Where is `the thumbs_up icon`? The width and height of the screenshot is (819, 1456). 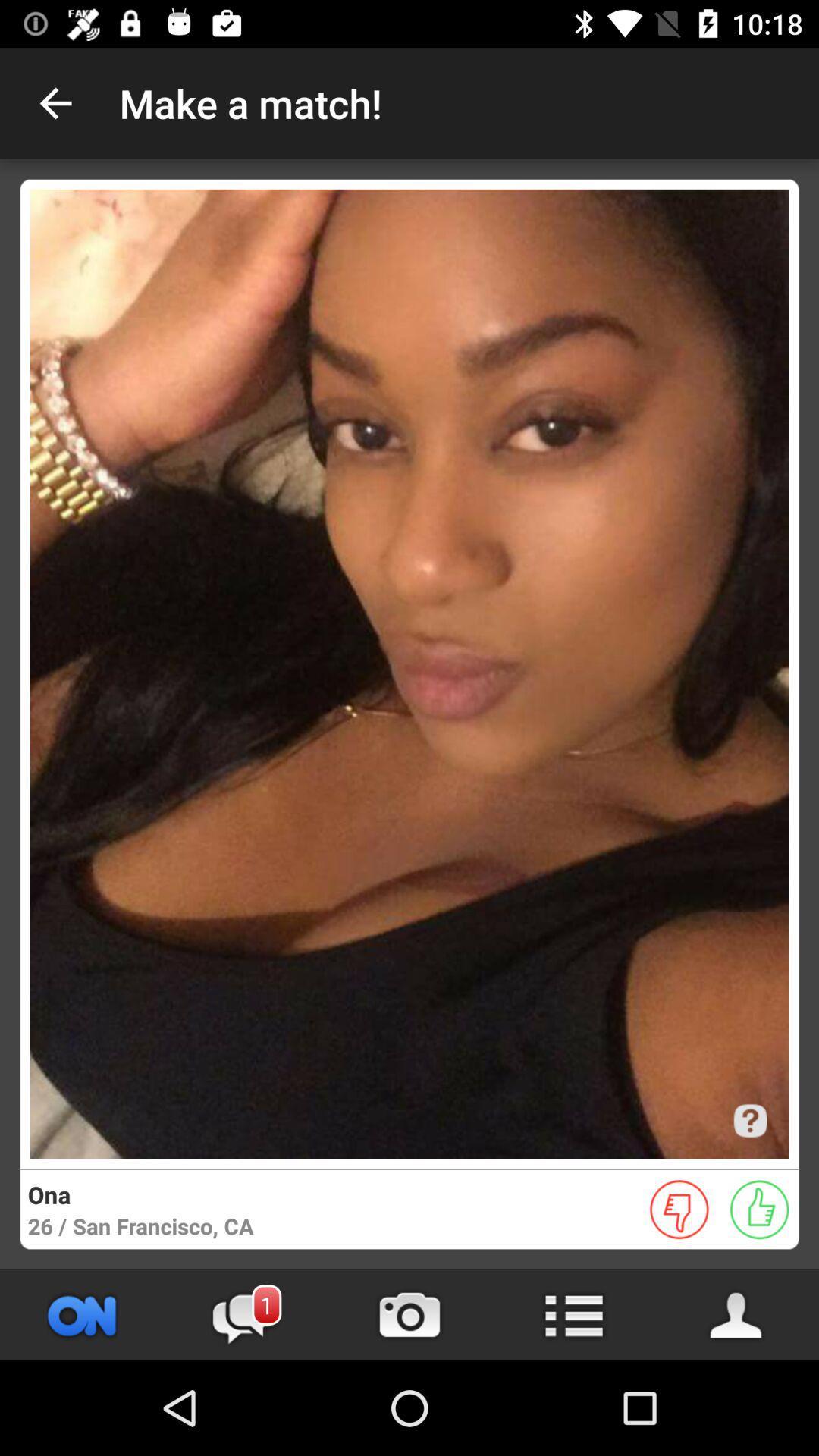
the thumbs_up icon is located at coordinates (759, 1209).